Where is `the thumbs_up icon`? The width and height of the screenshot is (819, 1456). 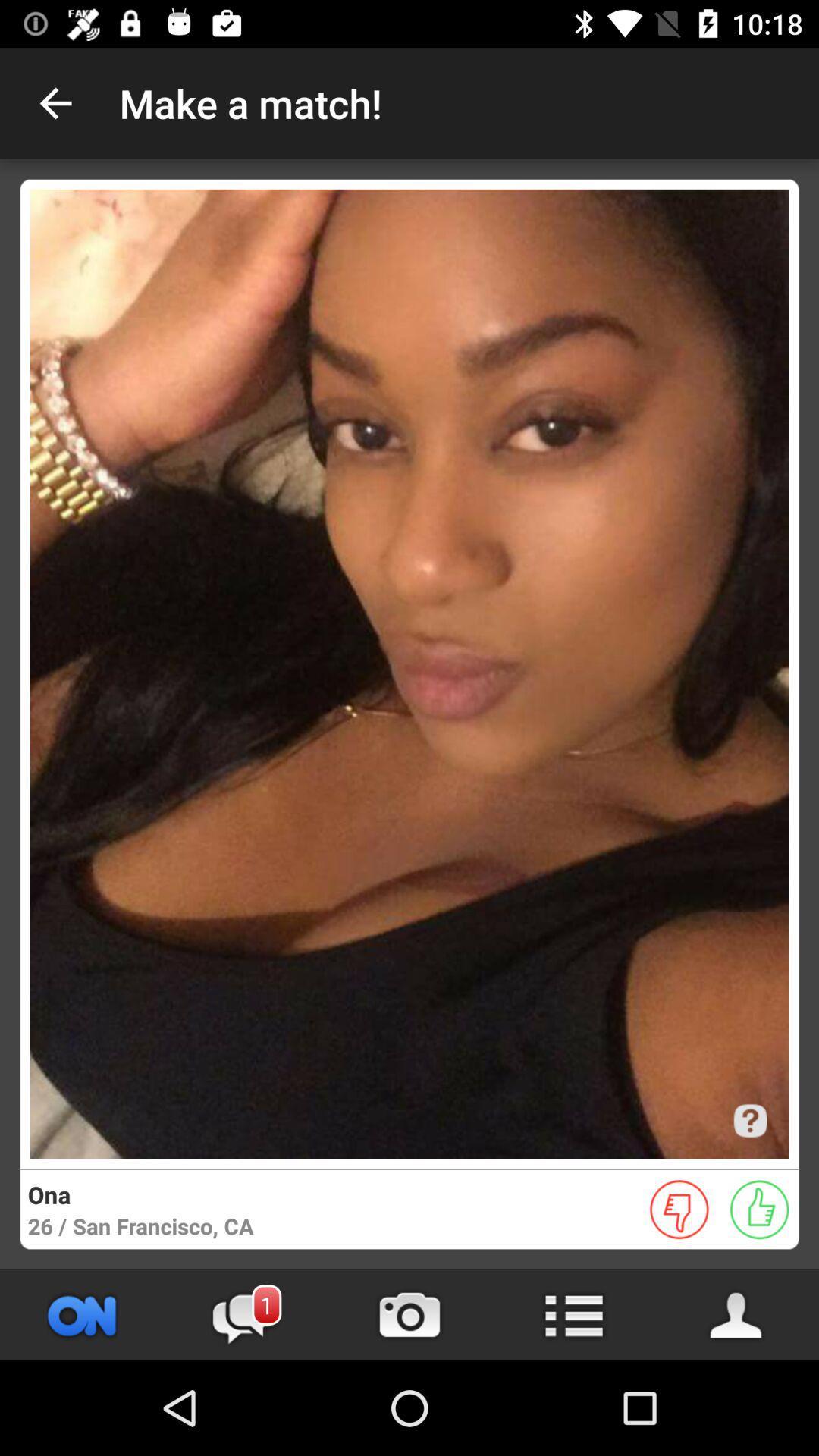
the thumbs_up icon is located at coordinates (759, 1209).